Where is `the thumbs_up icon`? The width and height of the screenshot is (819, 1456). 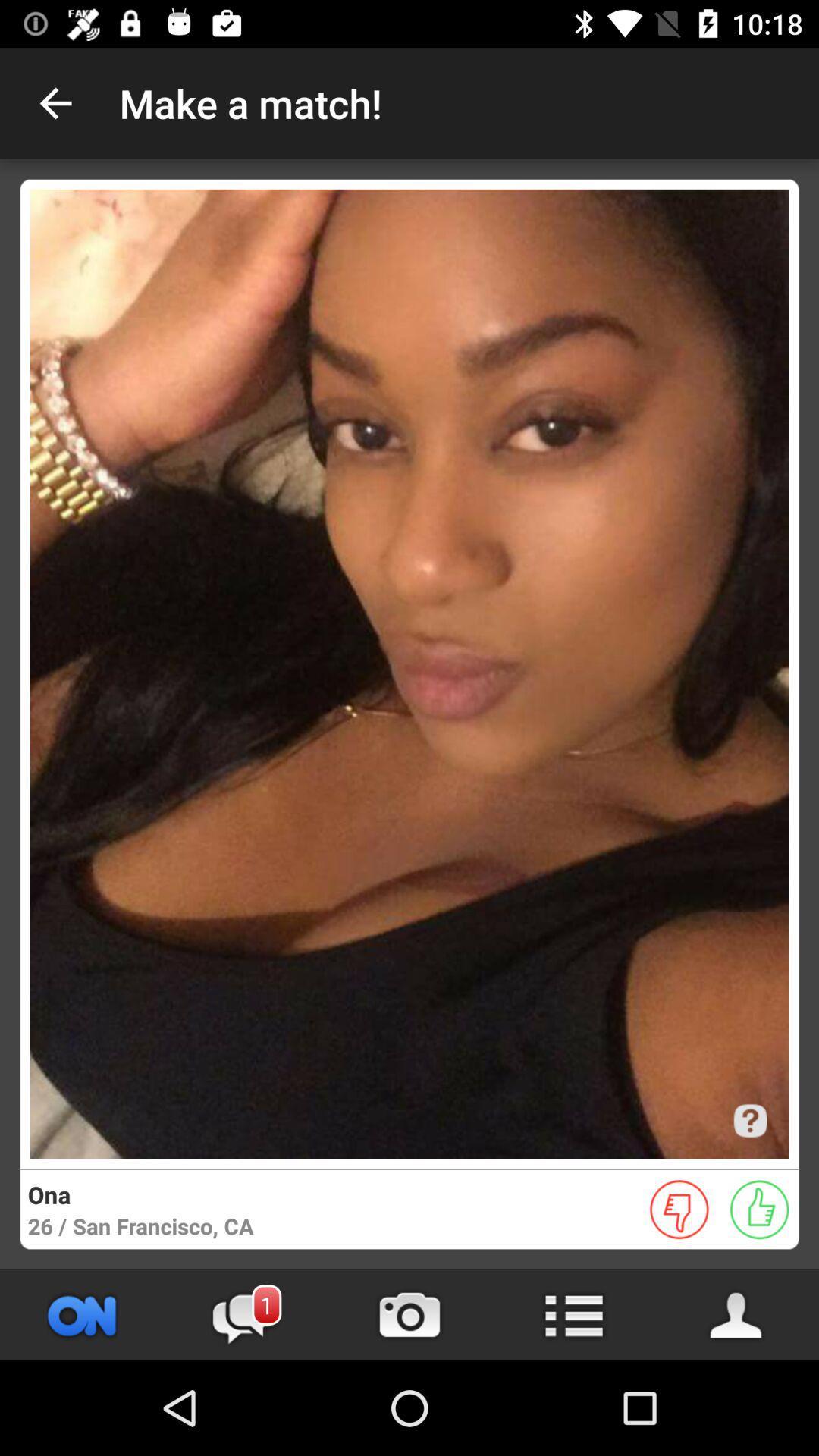
the thumbs_up icon is located at coordinates (759, 1209).